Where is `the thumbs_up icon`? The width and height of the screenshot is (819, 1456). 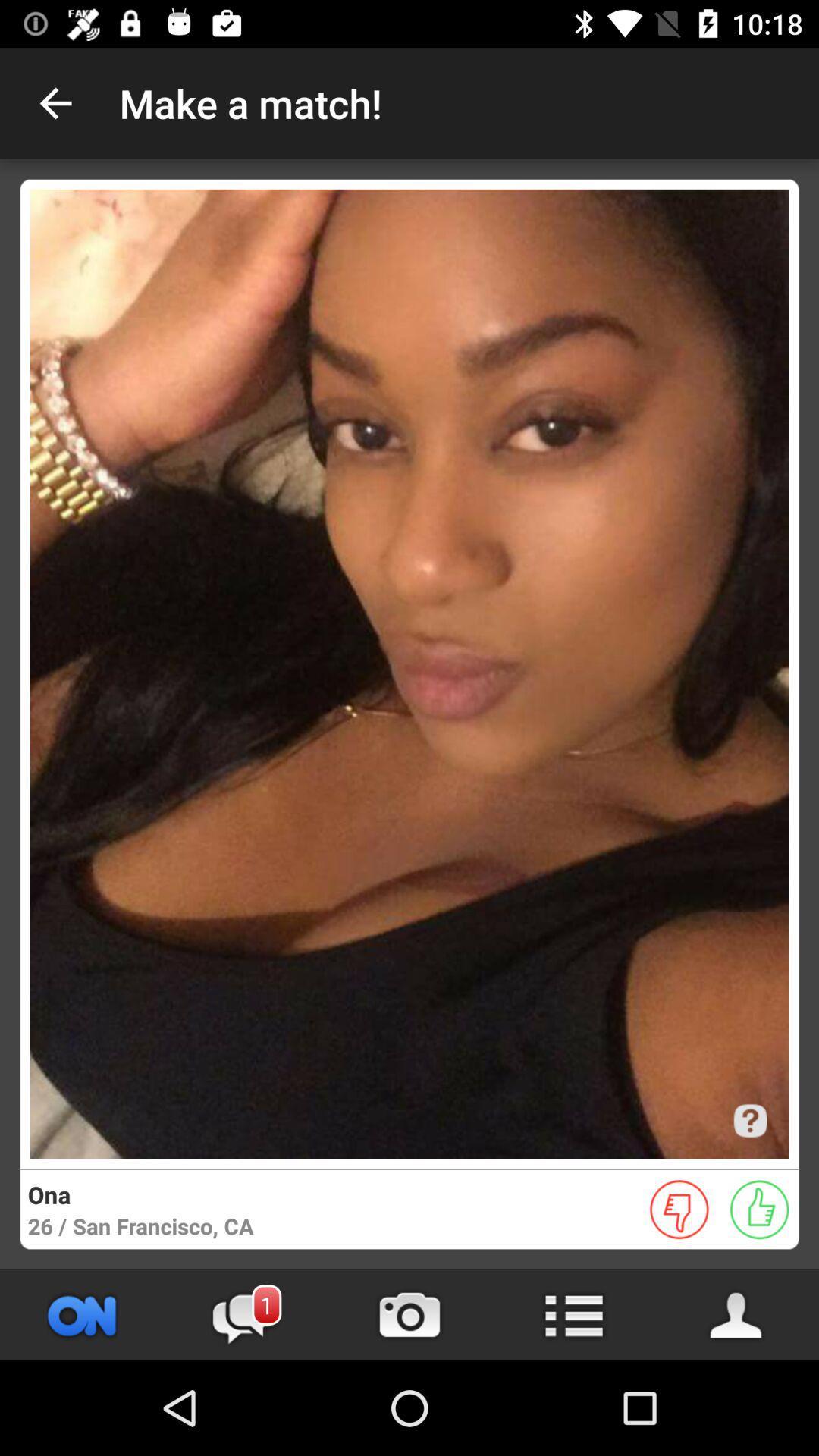
the thumbs_up icon is located at coordinates (759, 1209).